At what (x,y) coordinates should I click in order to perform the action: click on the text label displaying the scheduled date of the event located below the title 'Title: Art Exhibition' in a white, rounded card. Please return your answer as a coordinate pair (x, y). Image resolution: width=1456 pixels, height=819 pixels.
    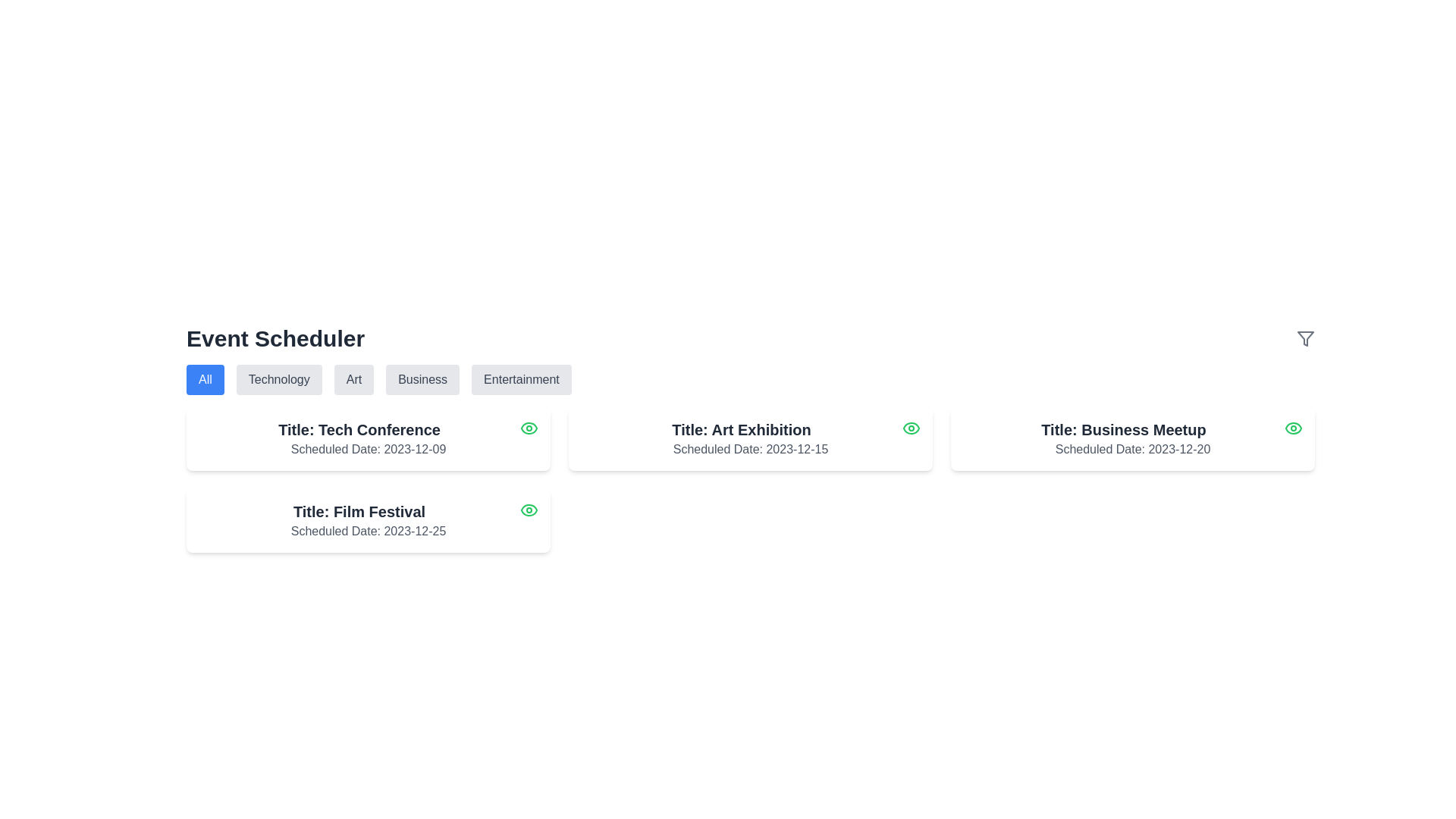
    Looking at the image, I should click on (750, 449).